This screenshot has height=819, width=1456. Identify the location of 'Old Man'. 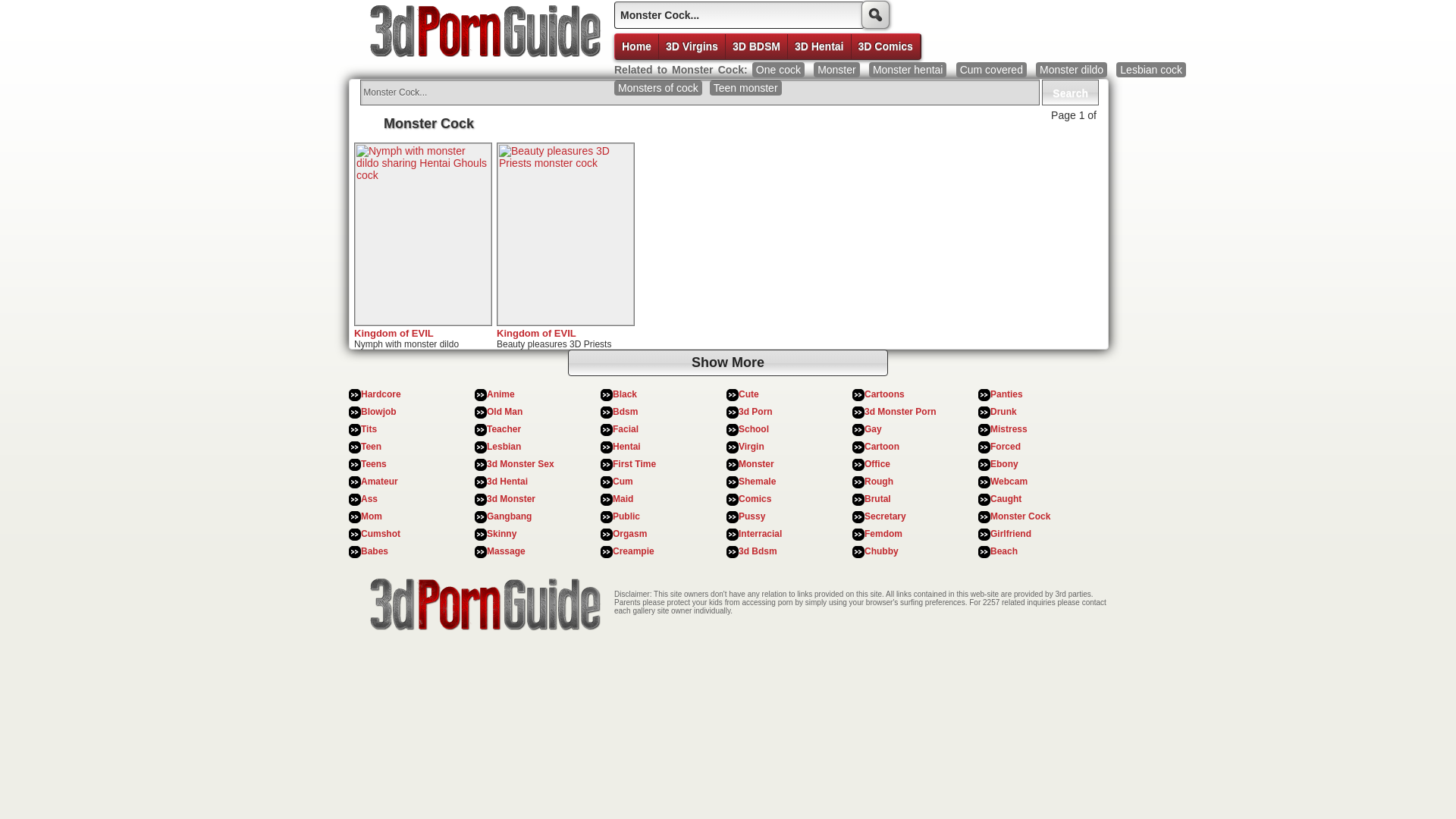
(504, 412).